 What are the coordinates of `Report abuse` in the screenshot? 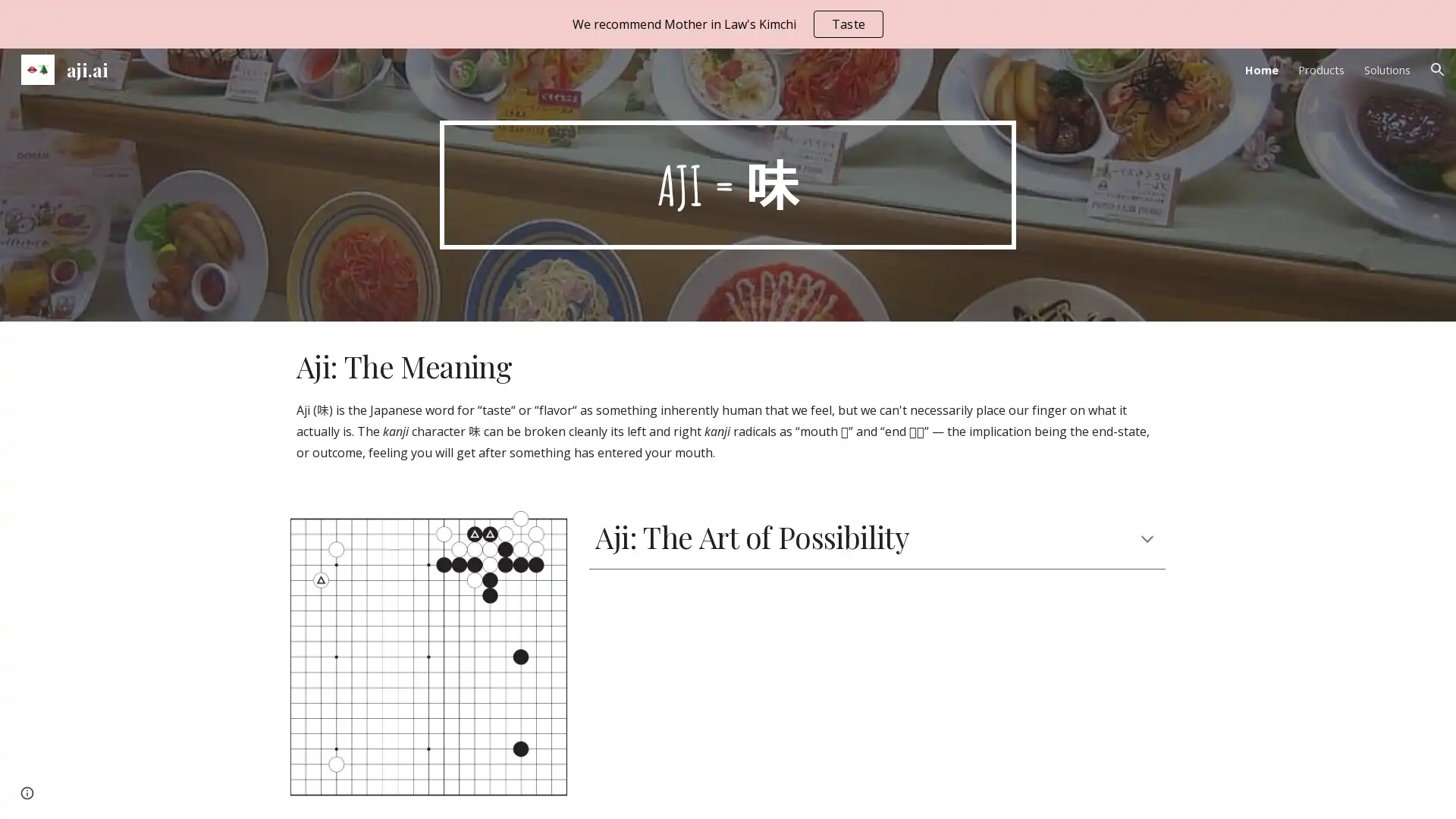 It's located at (118, 792).